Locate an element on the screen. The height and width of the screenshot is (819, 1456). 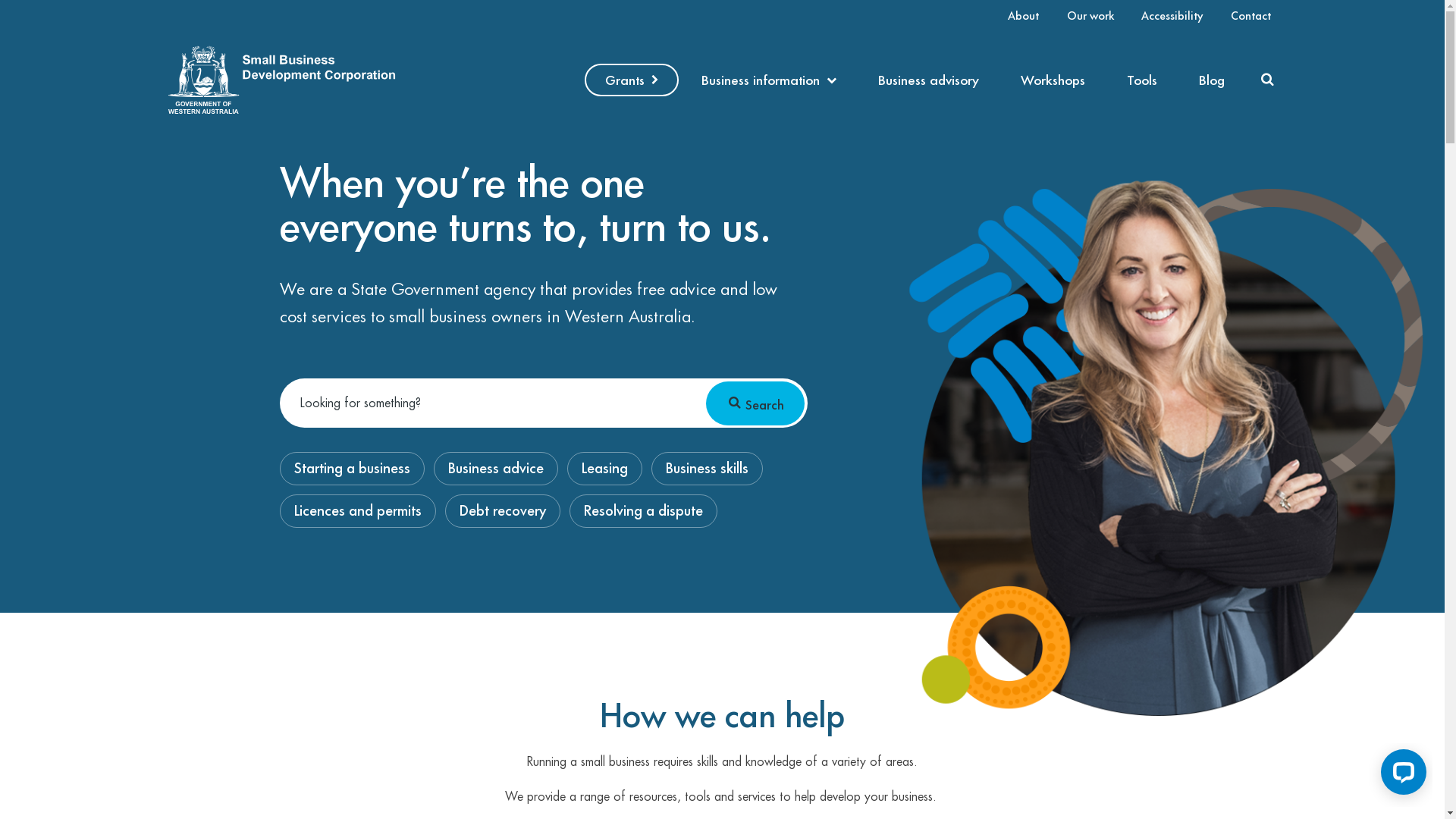
'About' is located at coordinates (1023, 16).